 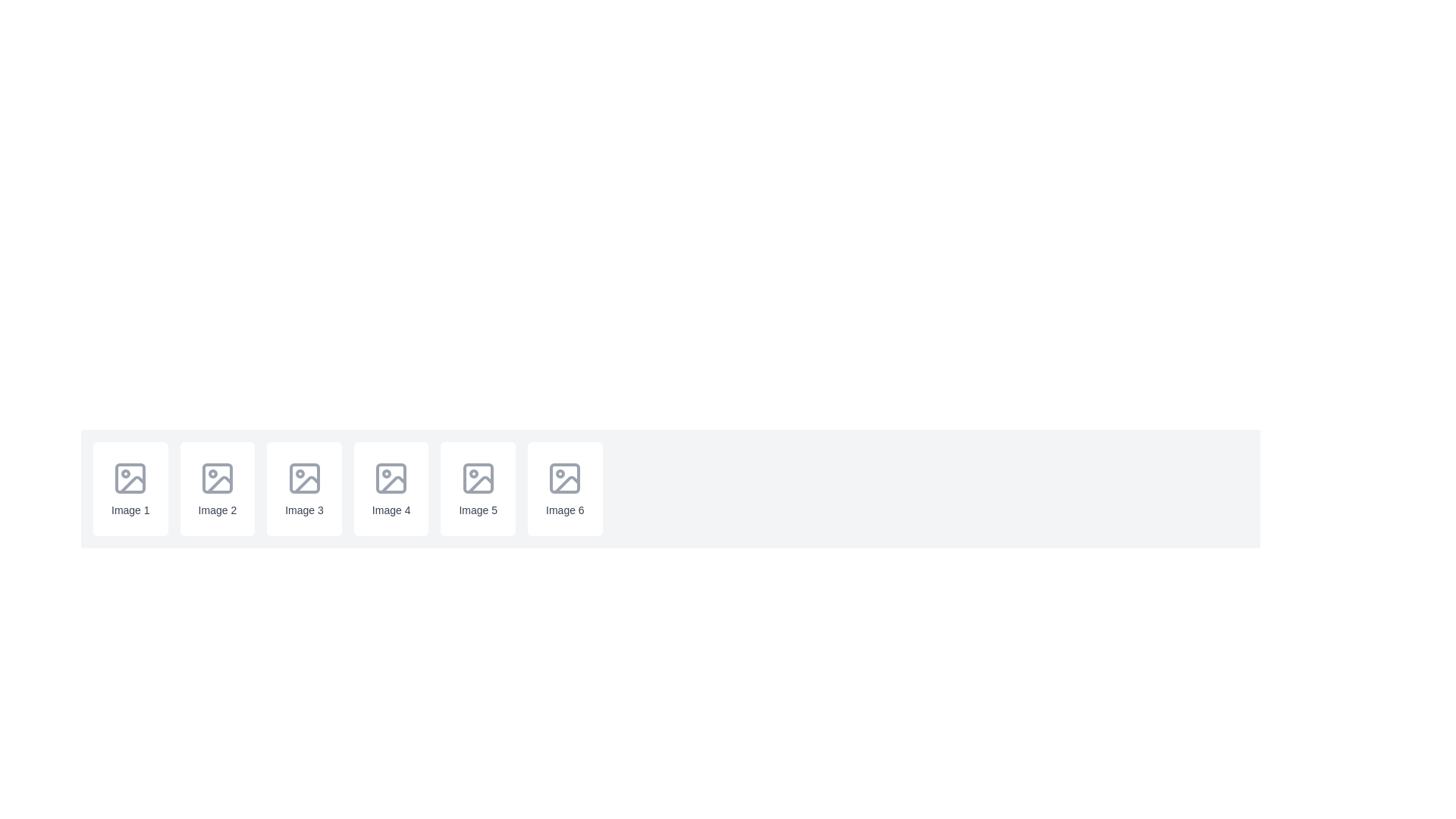 What do you see at coordinates (216, 479) in the screenshot?
I see `the second rectangular image placeholder in the horizontal list of image placeholders, which is part of an SVG icon` at bounding box center [216, 479].